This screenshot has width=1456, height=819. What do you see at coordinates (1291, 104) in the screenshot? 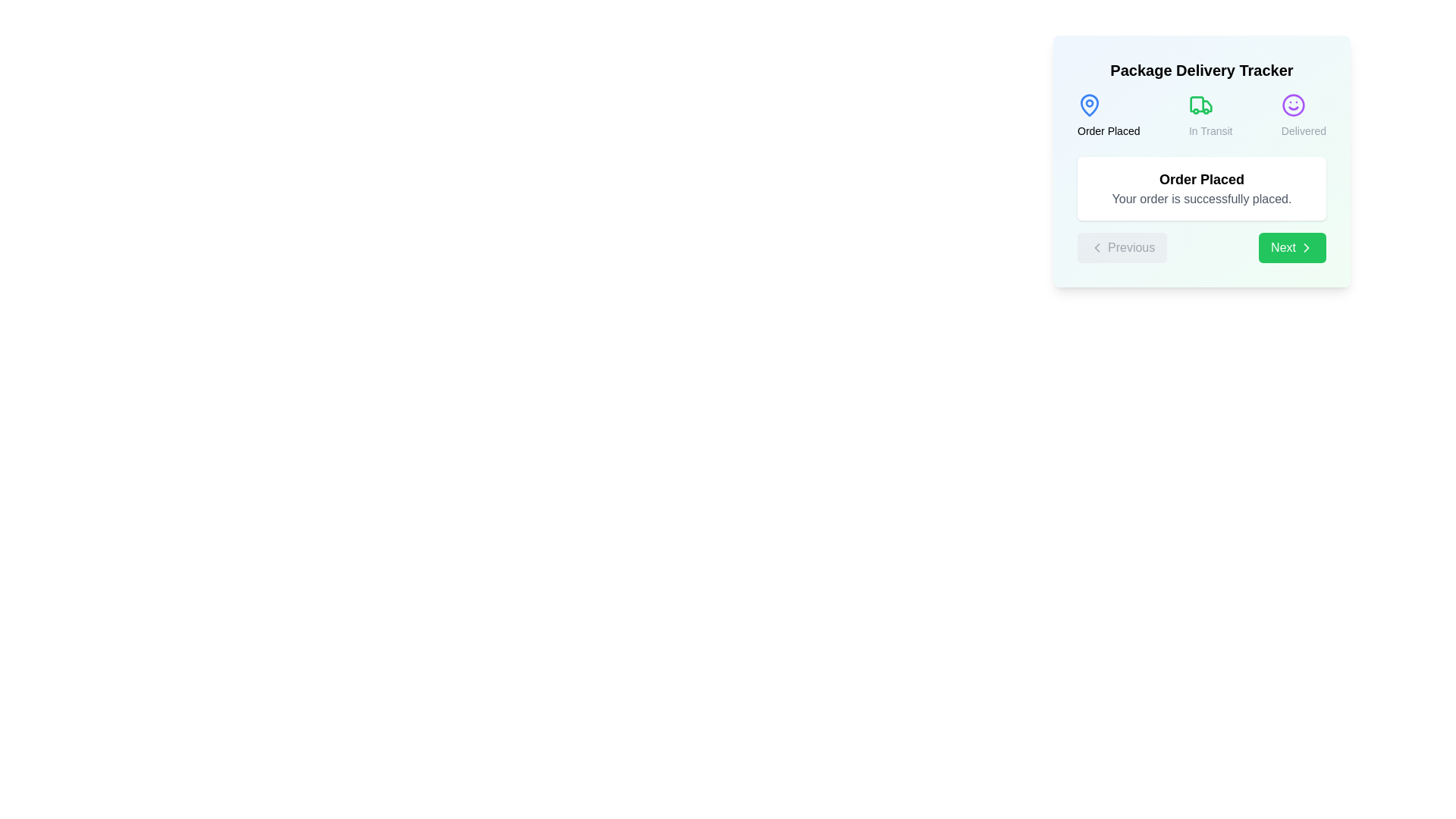
I see `the step icon corresponding to Delivered to view its tooltip` at bounding box center [1291, 104].